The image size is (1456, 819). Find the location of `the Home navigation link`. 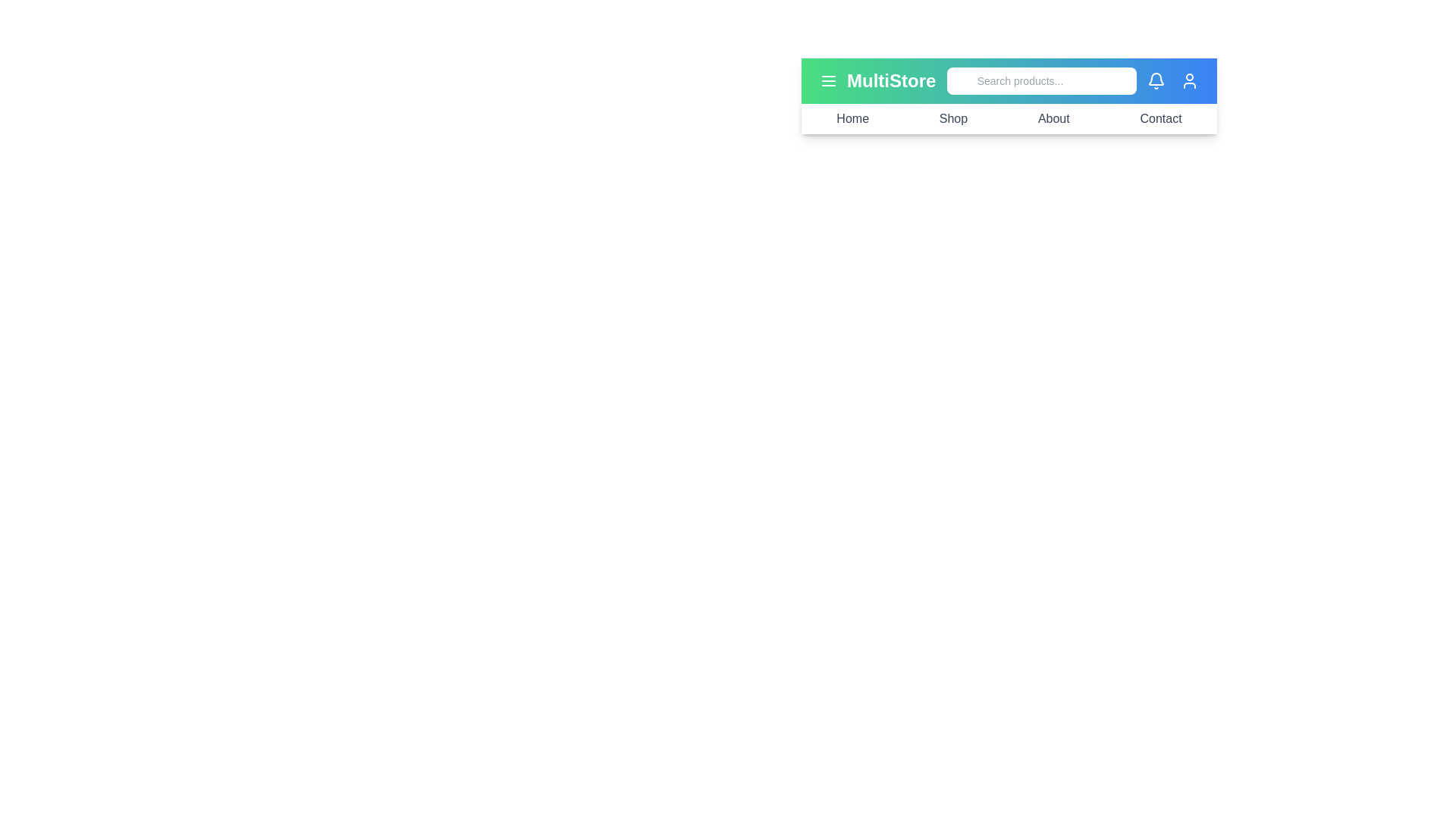

the Home navigation link is located at coordinates (852, 118).